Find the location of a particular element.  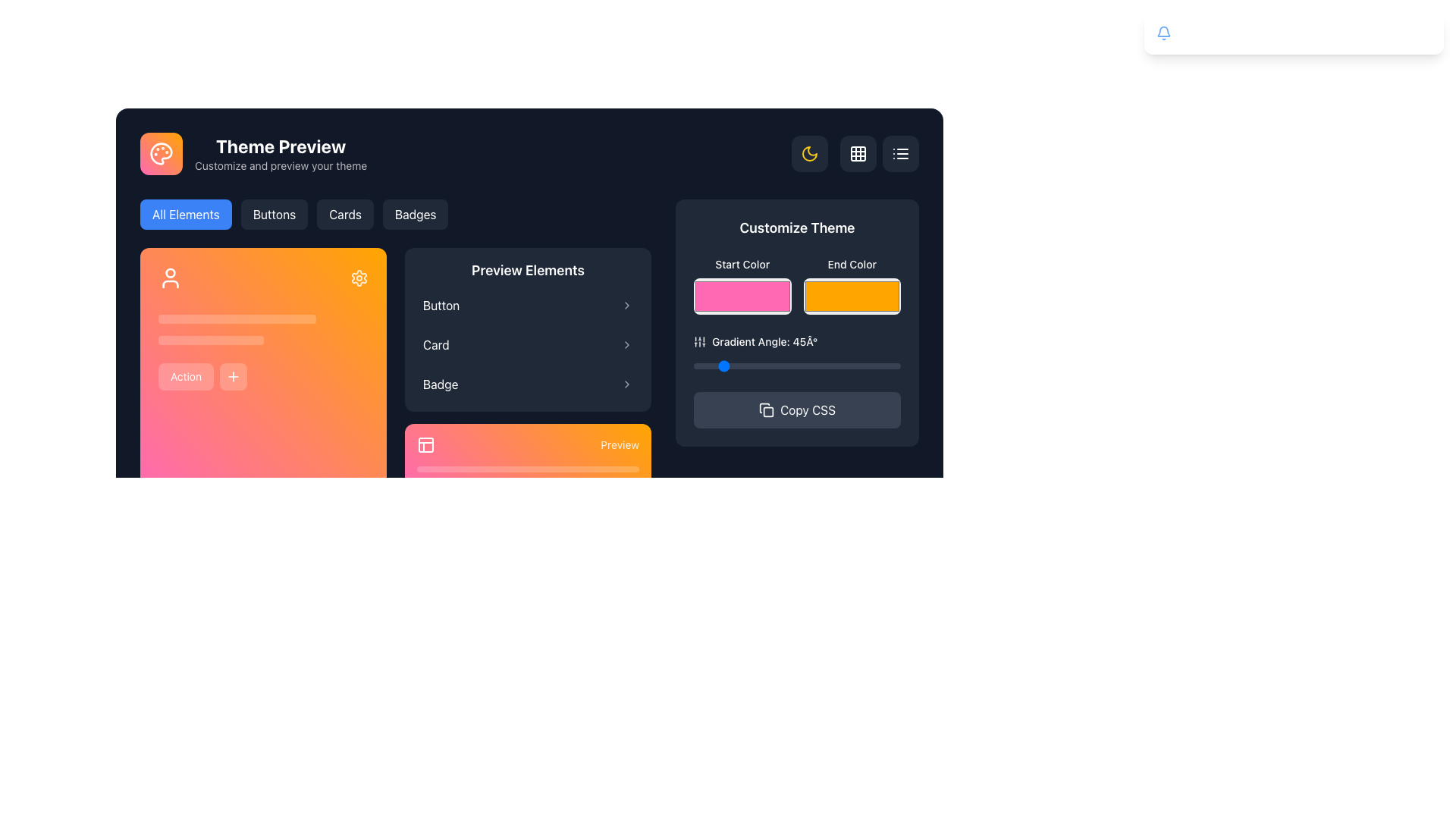

the slider is located at coordinates (182, 318).